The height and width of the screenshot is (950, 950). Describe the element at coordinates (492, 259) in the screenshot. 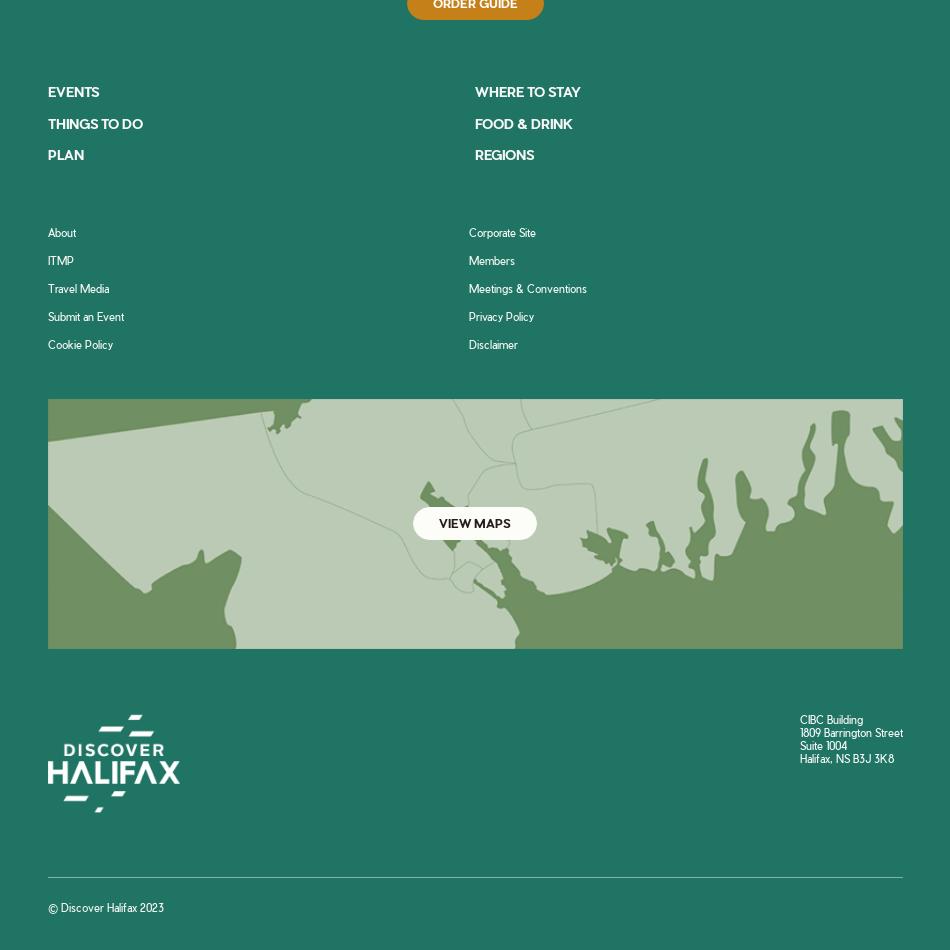

I see `'Members'` at that location.